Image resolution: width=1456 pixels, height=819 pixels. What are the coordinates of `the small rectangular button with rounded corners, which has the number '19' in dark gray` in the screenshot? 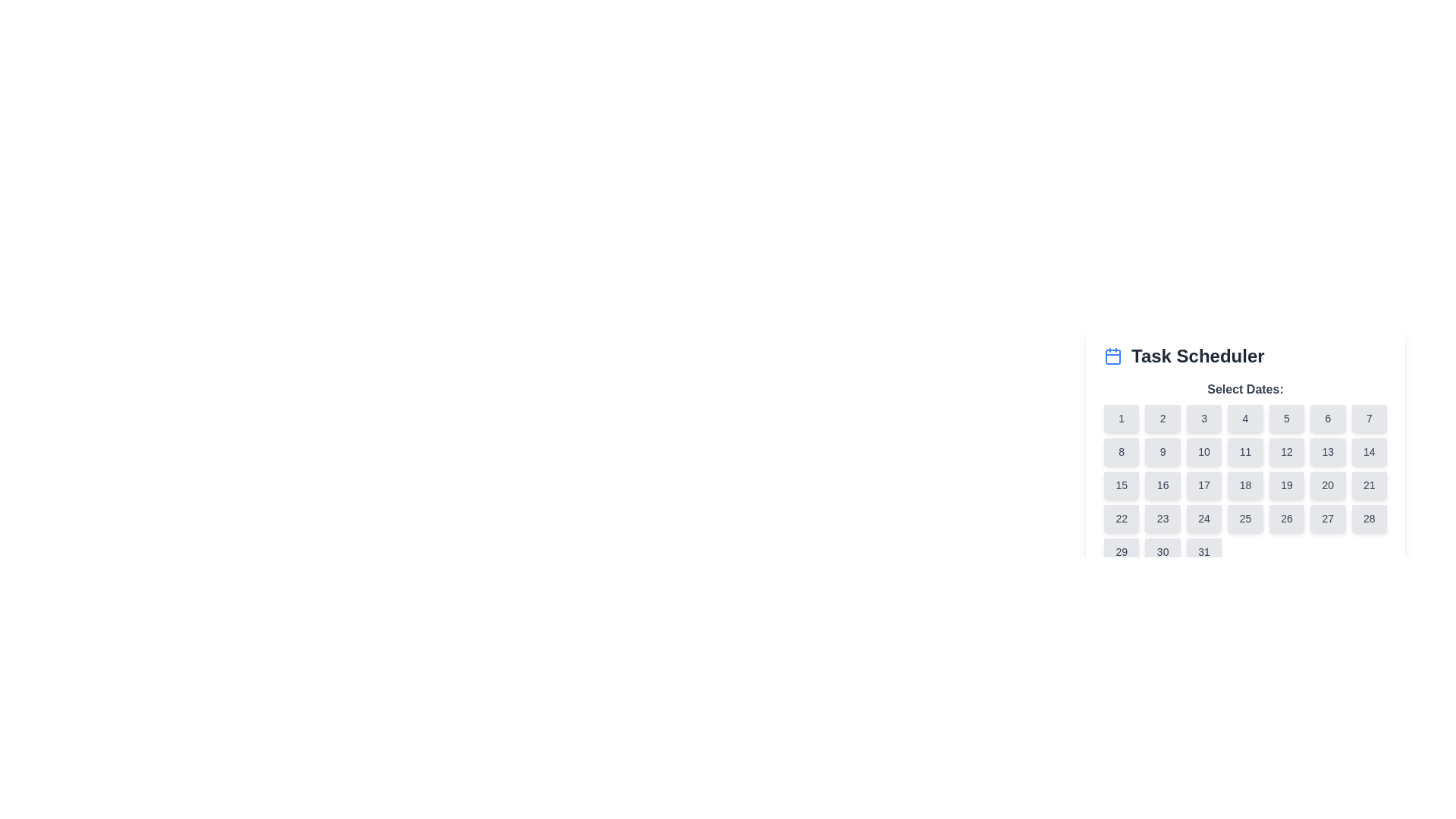 It's located at (1285, 485).